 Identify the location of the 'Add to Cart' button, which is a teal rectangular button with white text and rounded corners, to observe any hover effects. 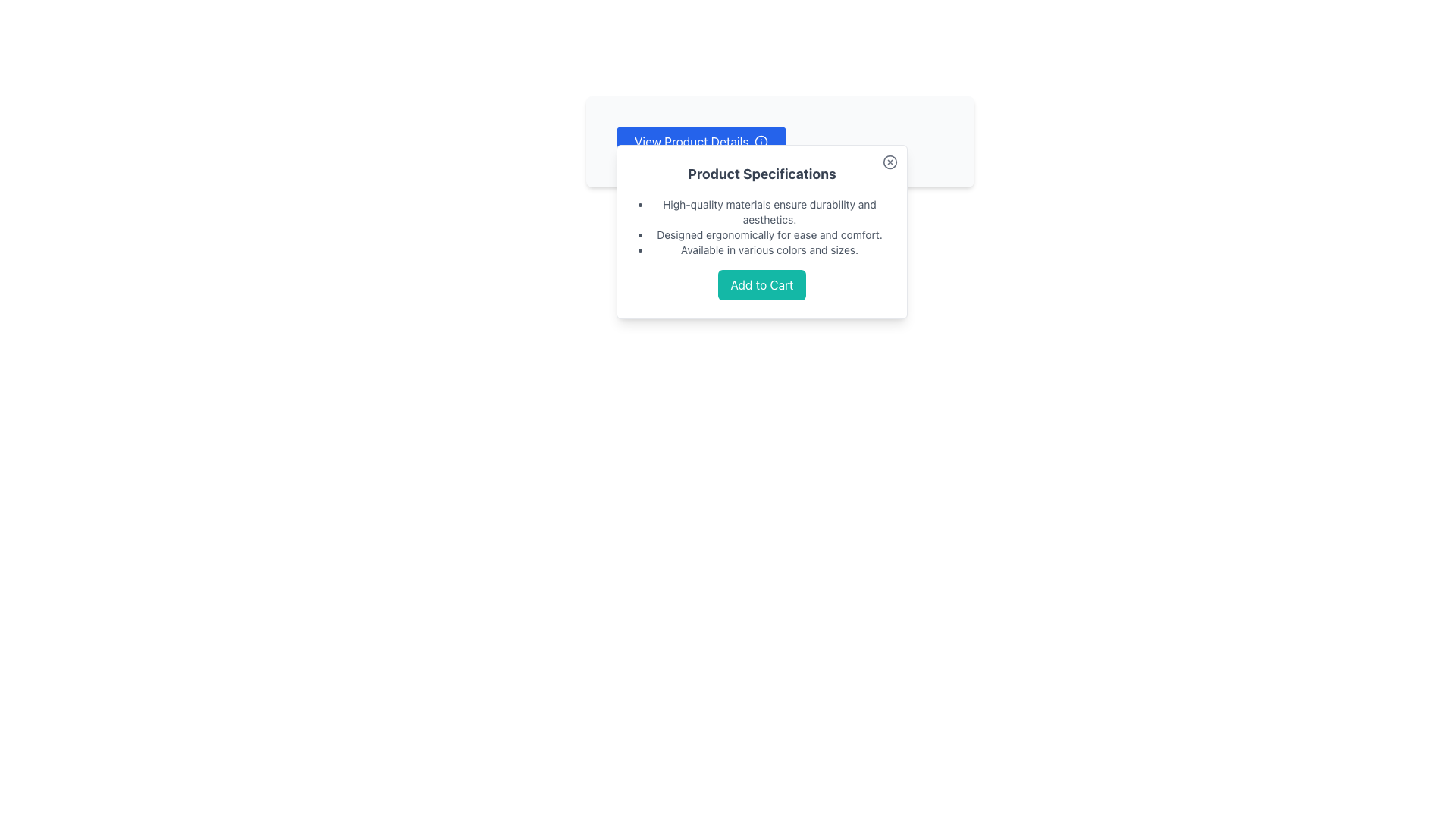
(761, 284).